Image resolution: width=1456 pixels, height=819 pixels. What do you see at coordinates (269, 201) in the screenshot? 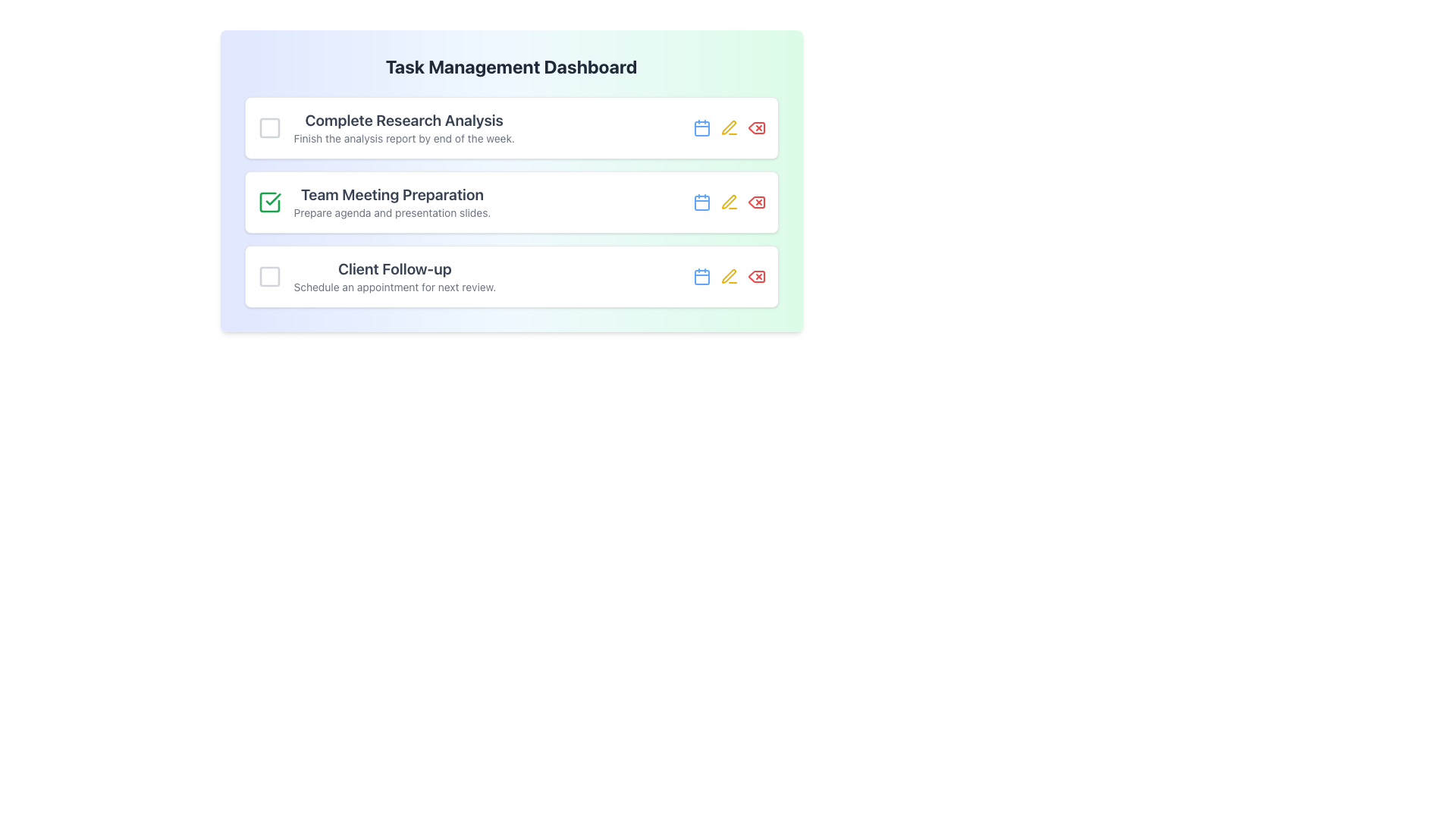
I see `the display-only Checkbox indicating task completion for 'Team Meeting Preparation' located at the top left of the task card` at bounding box center [269, 201].